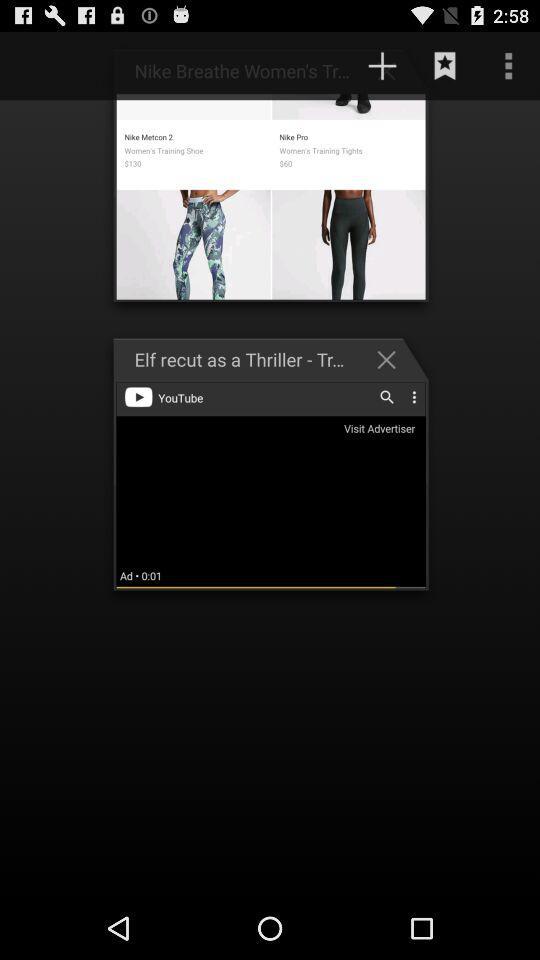 This screenshot has height=960, width=540. Describe the element at coordinates (445, 70) in the screenshot. I see `the bookmark icon` at that location.